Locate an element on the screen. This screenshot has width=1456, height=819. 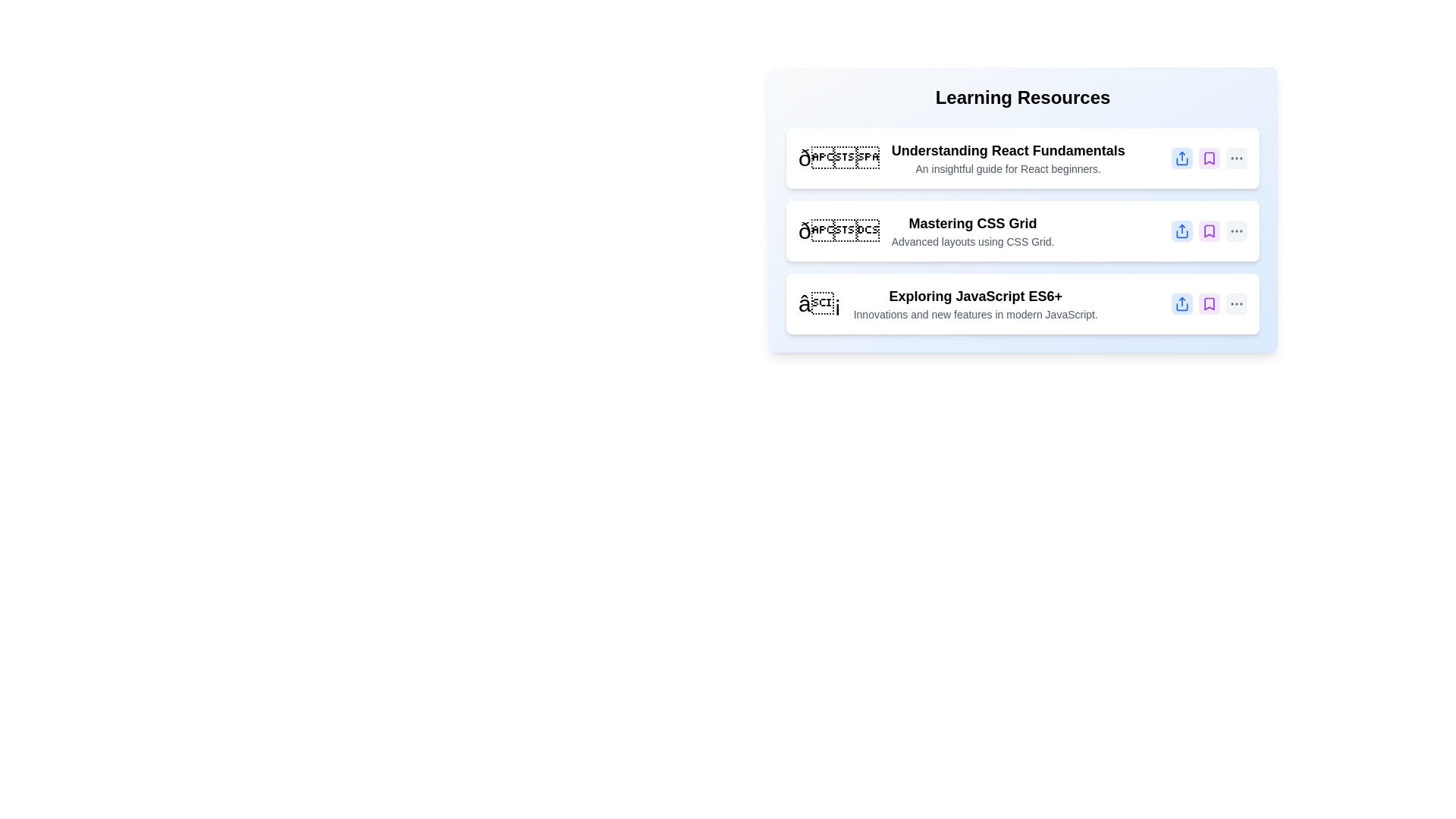
the icon of the item with the title Exploring JavaScript ES6+ is located at coordinates (819, 304).